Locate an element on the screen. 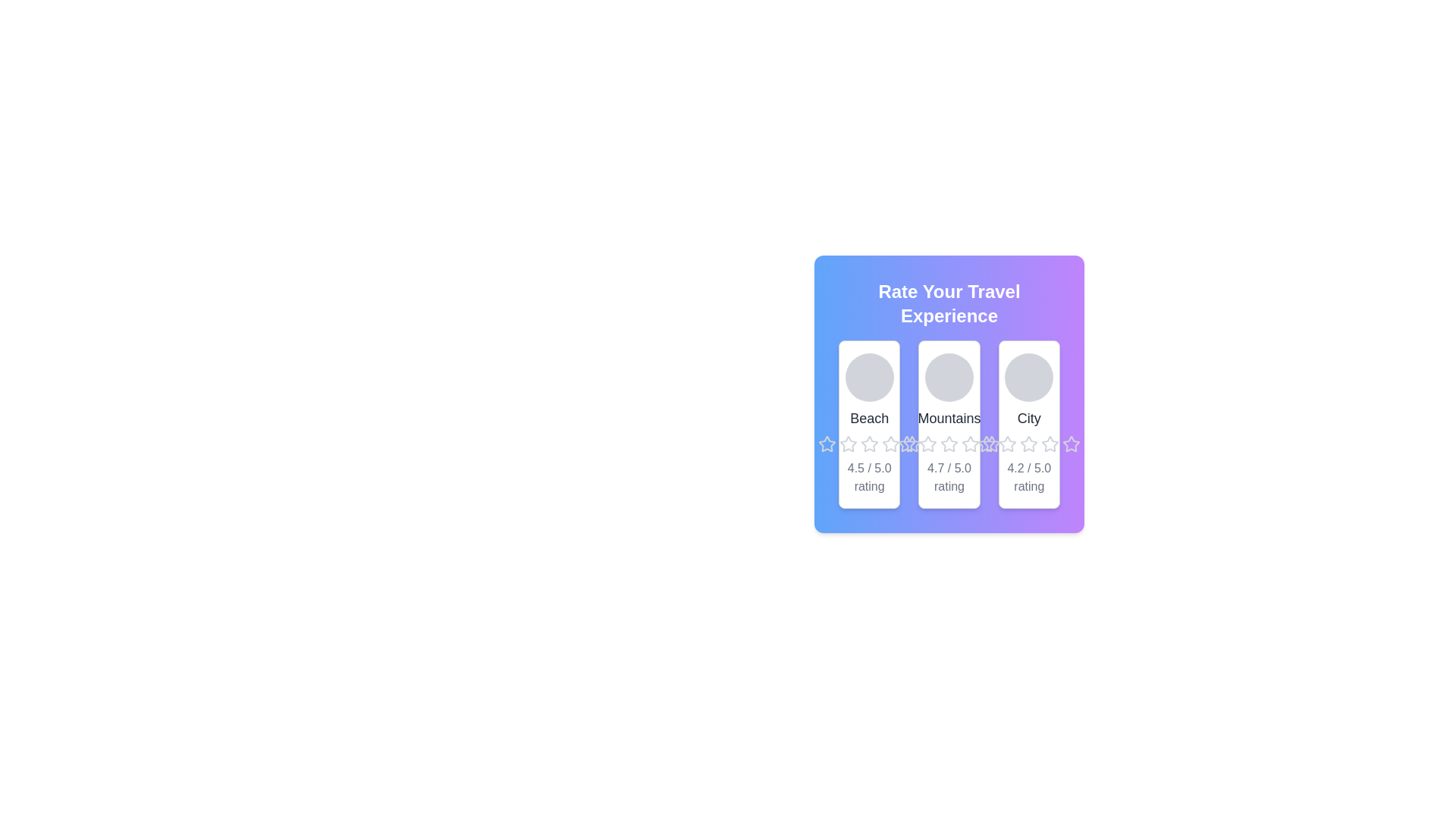  text from the Text Label displaying '4.2 / 5.0 rating' located at the bottom center of the 'City' card, directly beneath the star icons is located at coordinates (1029, 476).